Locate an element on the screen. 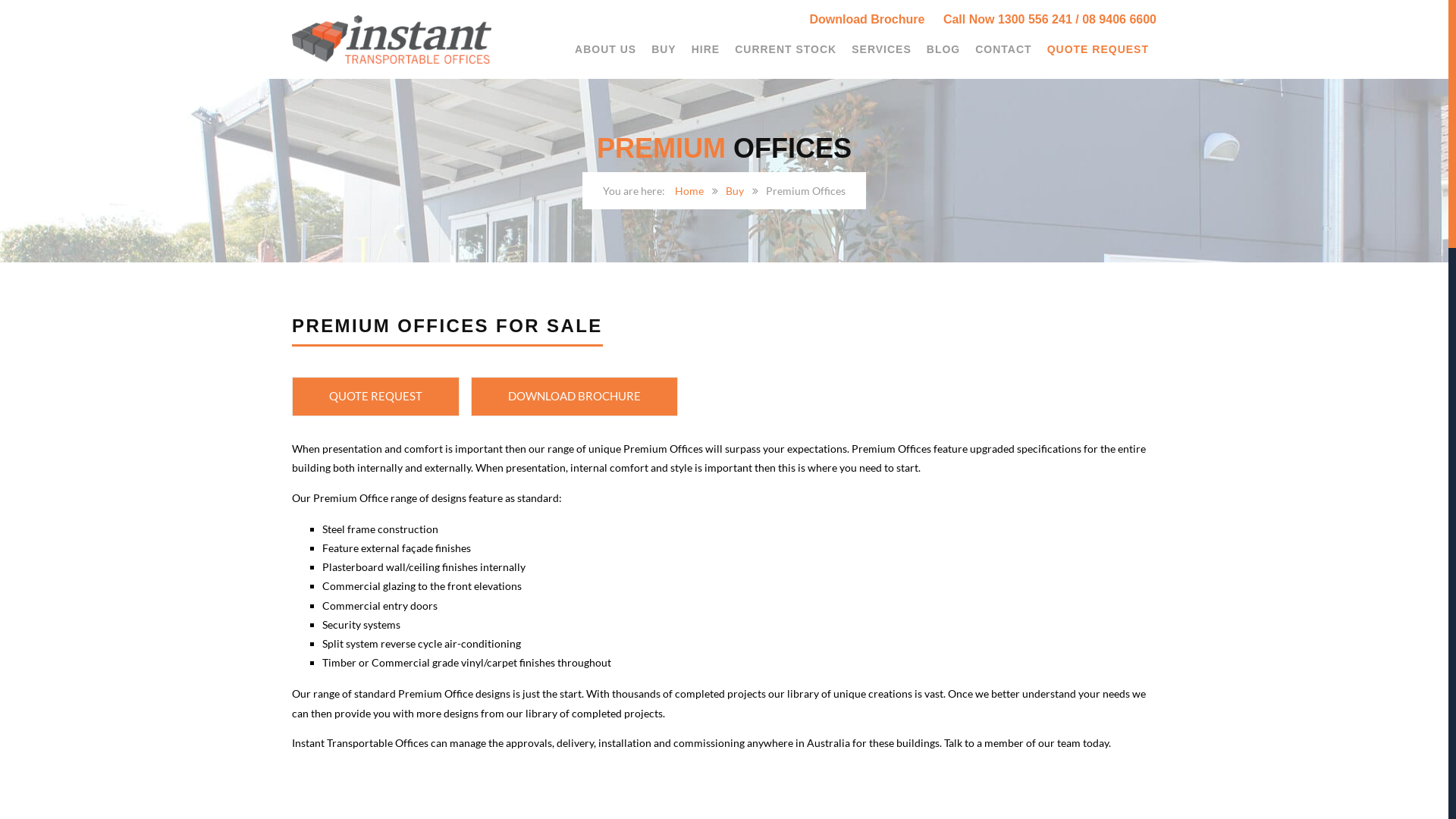 Image resolution: width=1456 pixels, height=819 pixels. 'BLOG' is located at coordinates (942, 49).